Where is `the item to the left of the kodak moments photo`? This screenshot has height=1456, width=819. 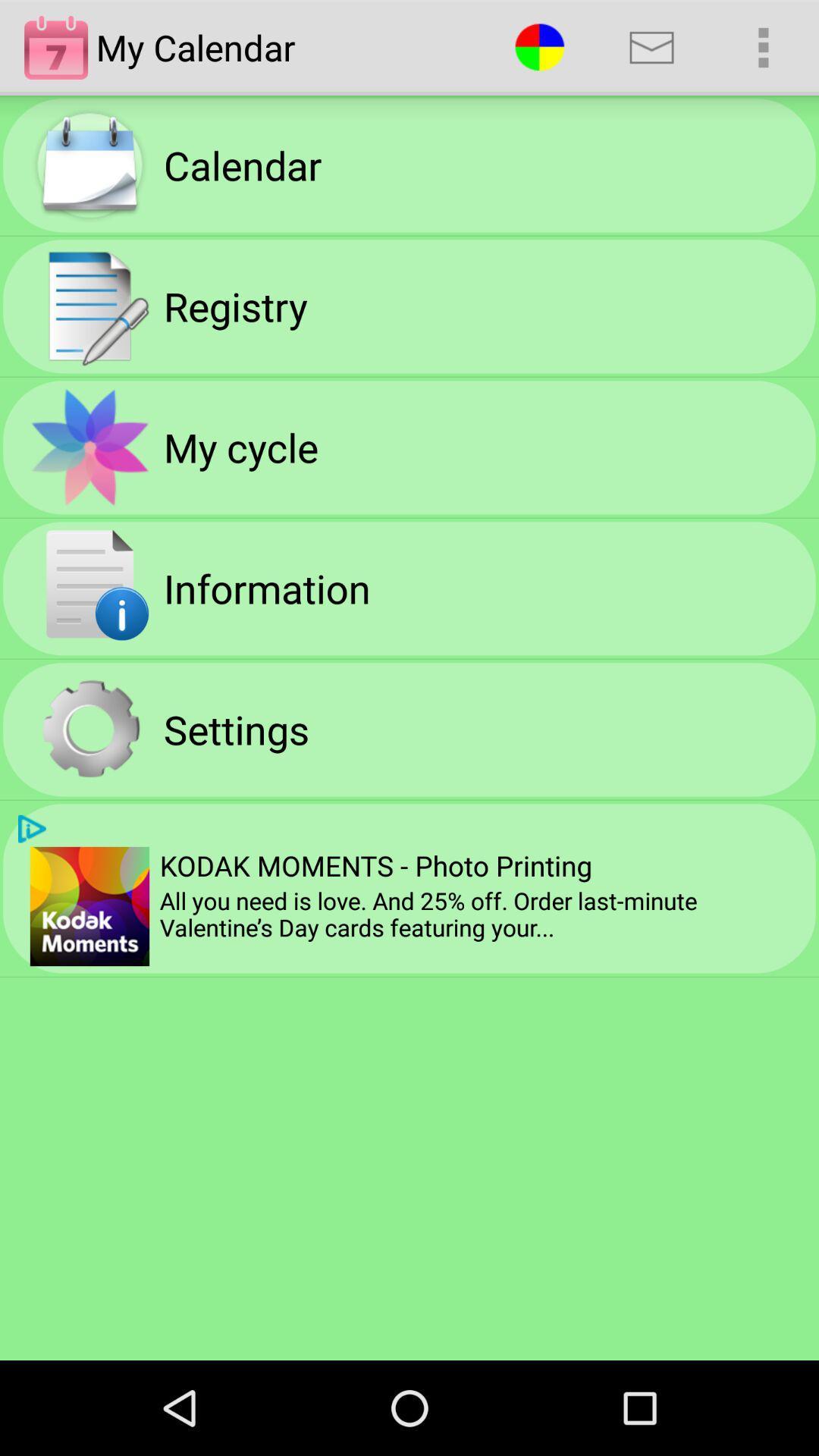
the item to the left of the kodak moments photo is located at coordinates (89, 906).